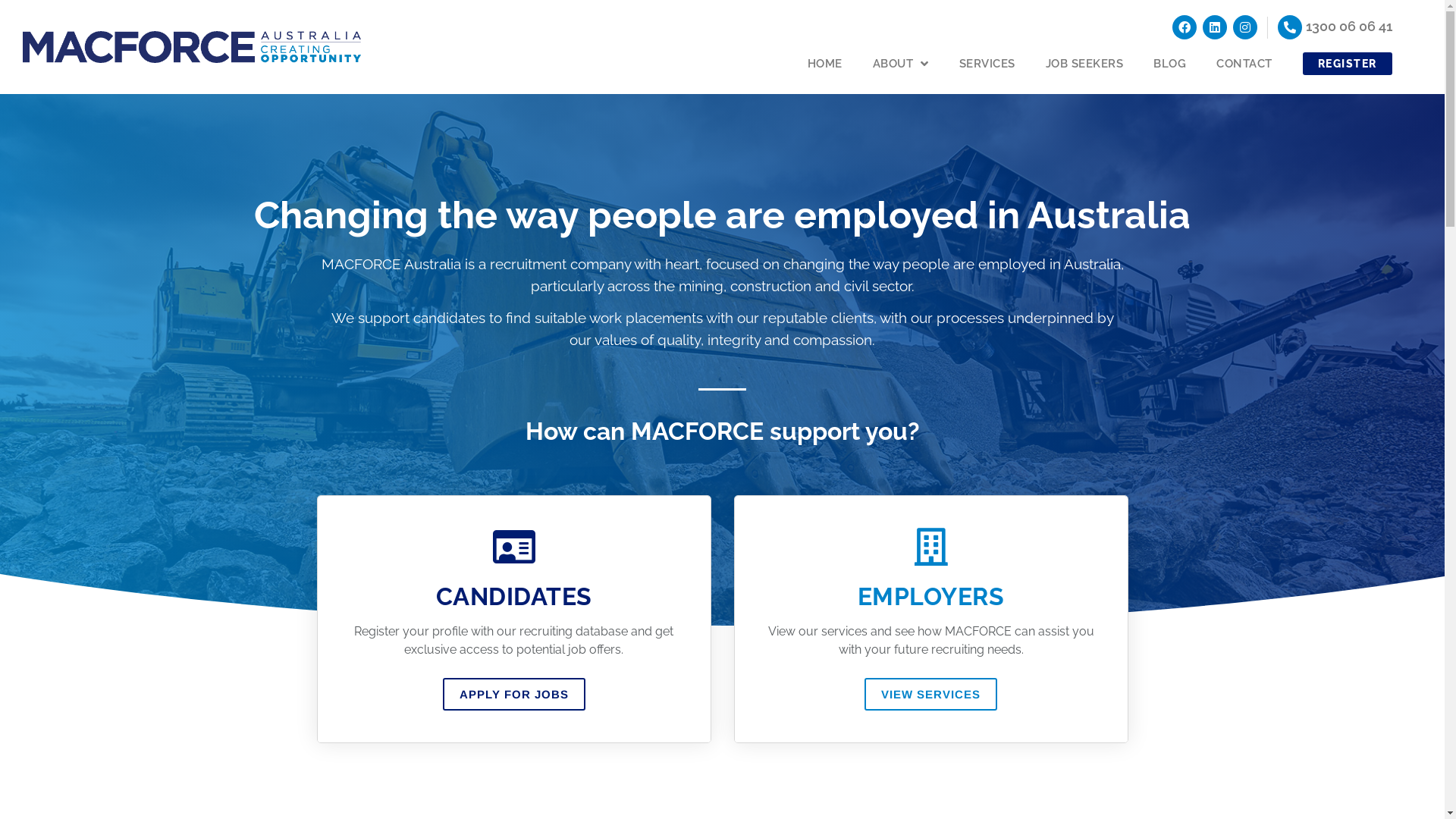  Describe the element at coordinates (901, 63) in the screenshot. I see `'ABOUT'` at that location.